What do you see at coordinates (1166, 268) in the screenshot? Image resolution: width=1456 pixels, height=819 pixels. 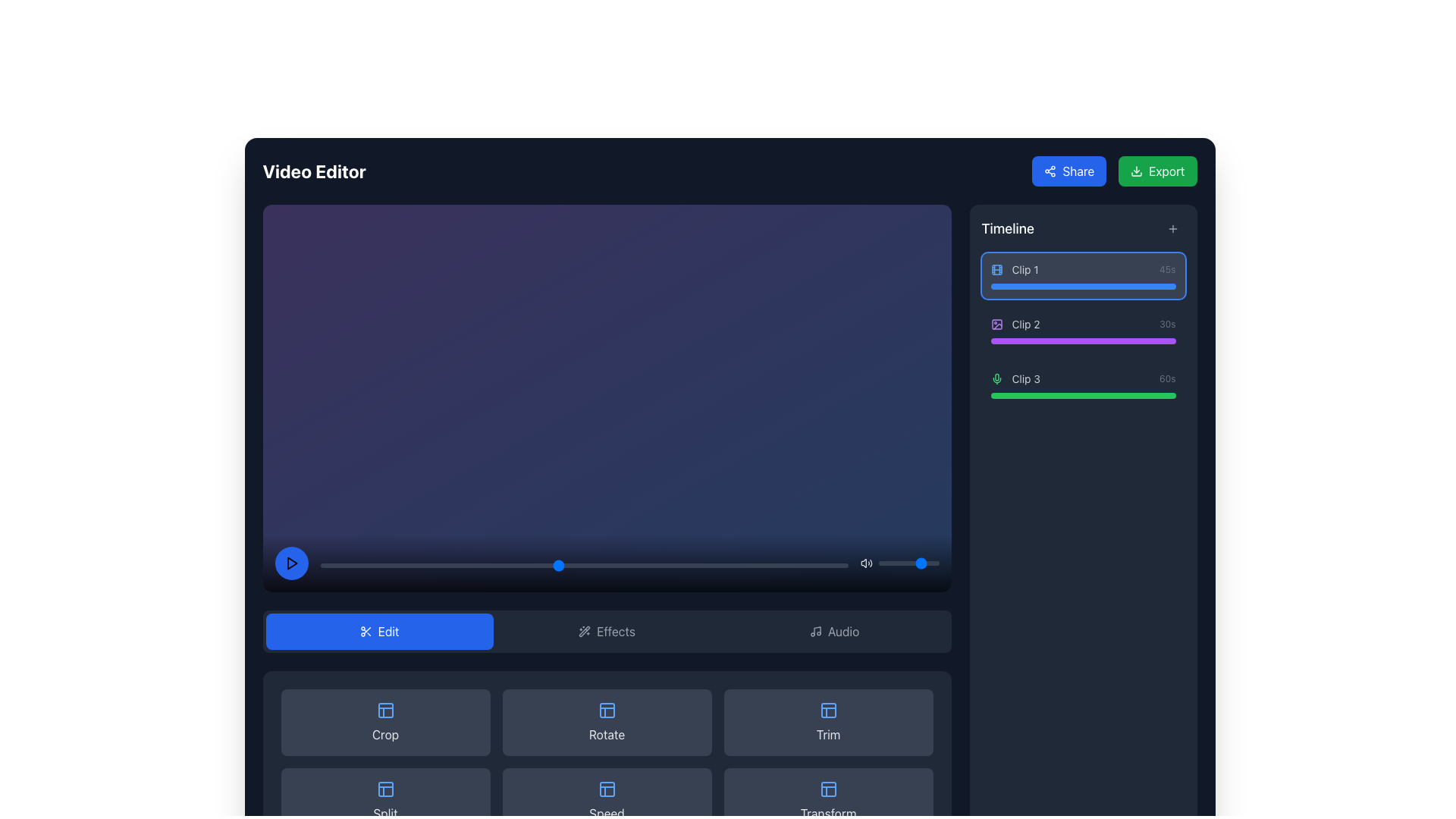 I see `the text label displaying the duration of the clip in seconds, located near the top-right corner of the UI adjacent to the timeline section` at bounding box center [1166, 268].